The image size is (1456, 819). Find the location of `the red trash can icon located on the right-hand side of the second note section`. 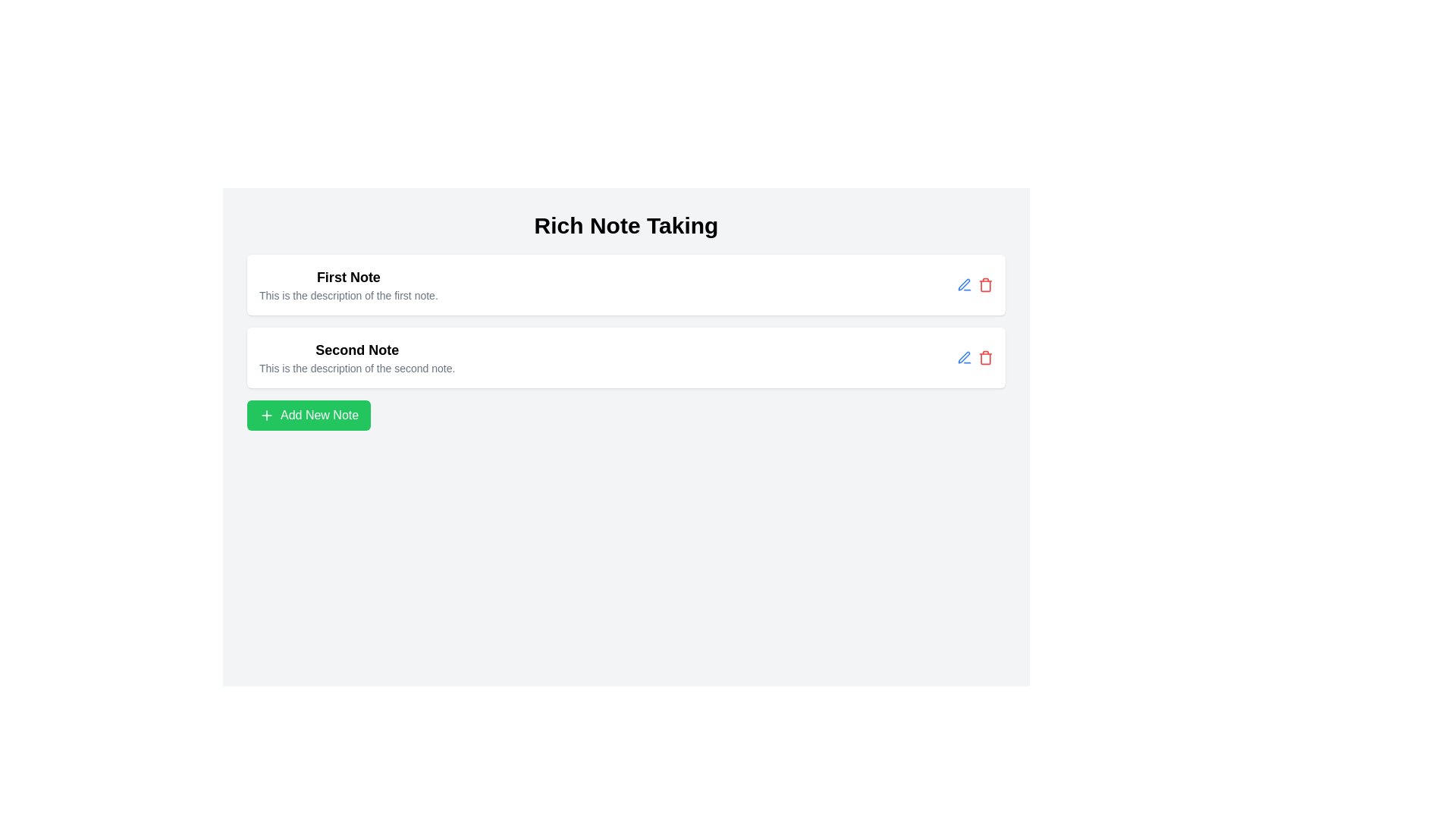

the red trash can icon located on the right-hand side of the second note section is located at coordinates (986, 357).